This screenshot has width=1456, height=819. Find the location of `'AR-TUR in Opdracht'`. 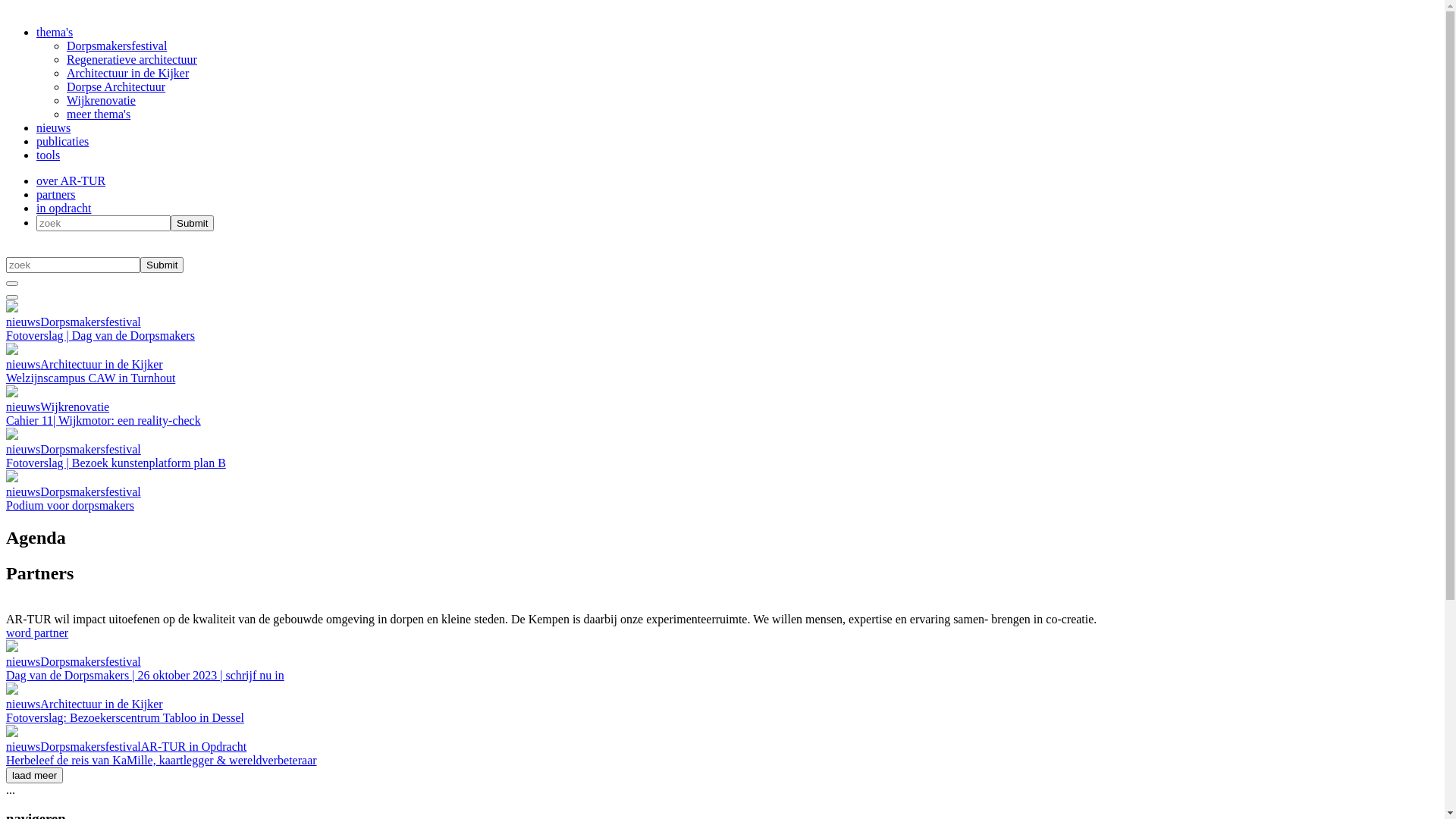

'AR-TUR in Opdracht' is located at coordinates (193, 745).